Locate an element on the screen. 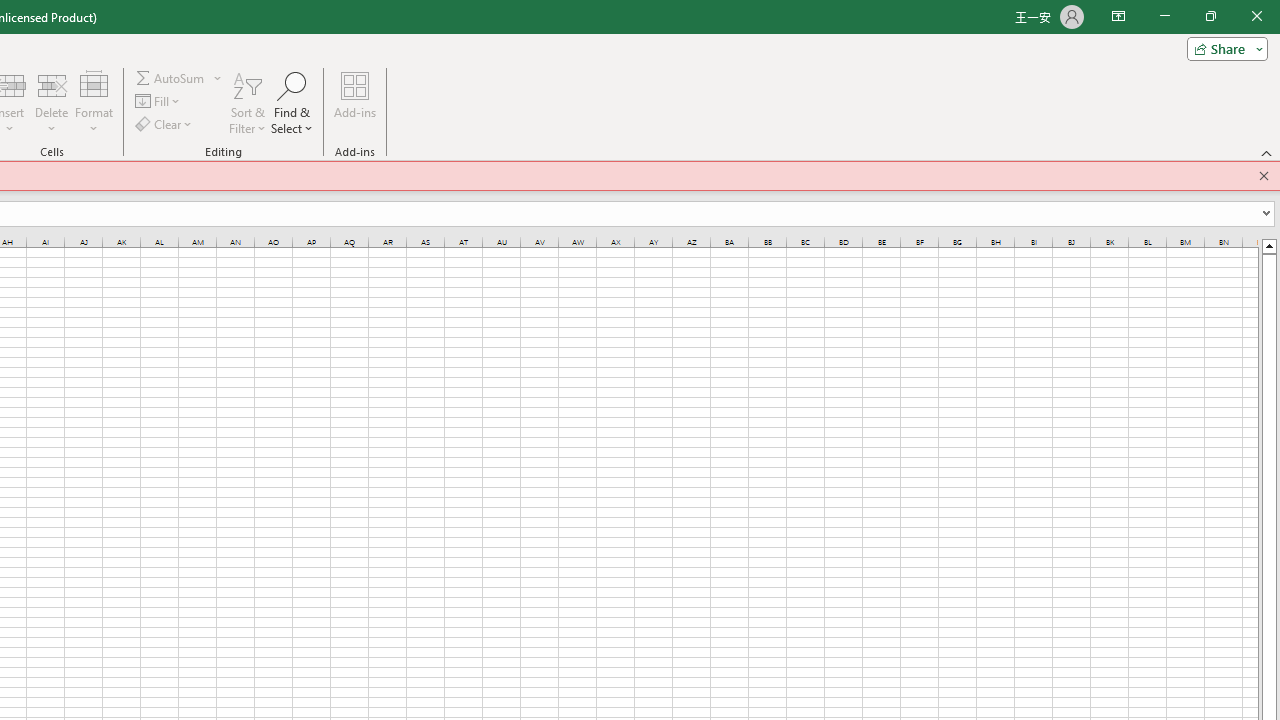 This screenshot has height=720, width=1280. 'Format' is located at coordinates (93, 103).